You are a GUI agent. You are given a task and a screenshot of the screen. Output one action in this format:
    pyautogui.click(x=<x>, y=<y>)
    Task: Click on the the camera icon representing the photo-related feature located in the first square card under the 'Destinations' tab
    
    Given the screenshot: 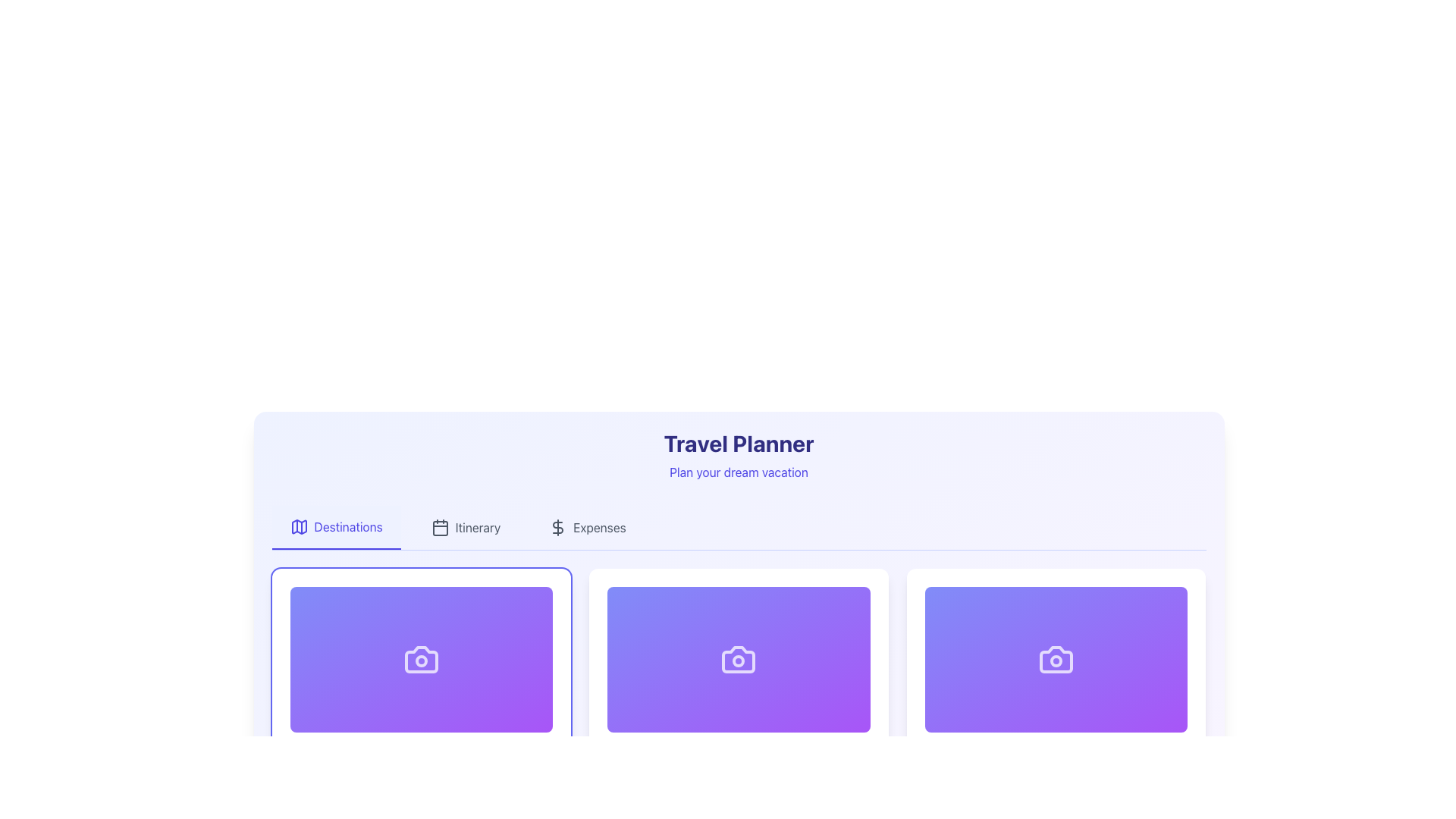 What is the action you would take?
    pyautogui.click(x=421, y=659)
    